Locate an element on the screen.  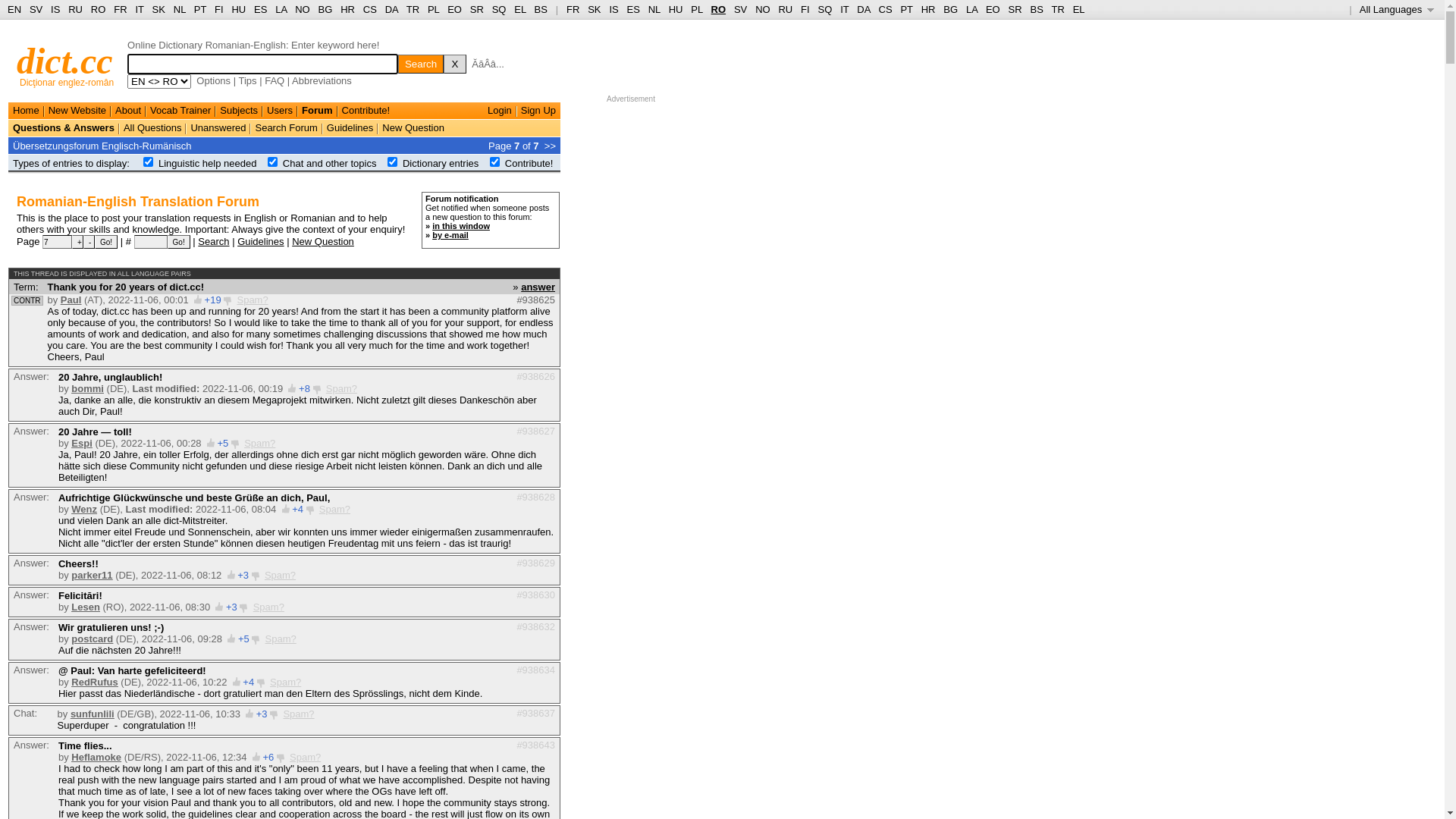
'Dictionary entries' is located at coordinates (403, 163).